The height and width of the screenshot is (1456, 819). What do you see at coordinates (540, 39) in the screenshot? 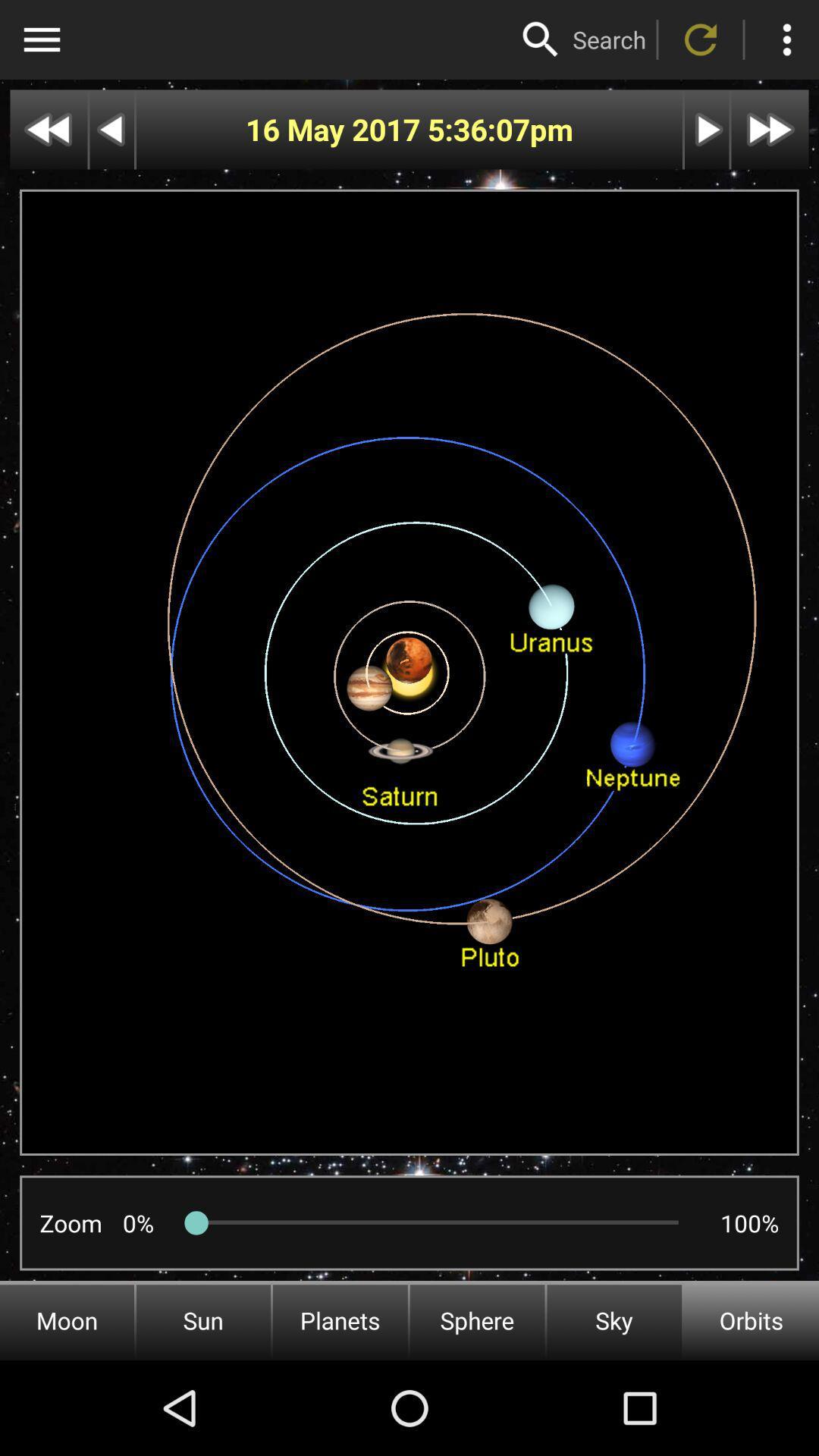
I see `item to the left of the search` at bounding box center [540, 39].